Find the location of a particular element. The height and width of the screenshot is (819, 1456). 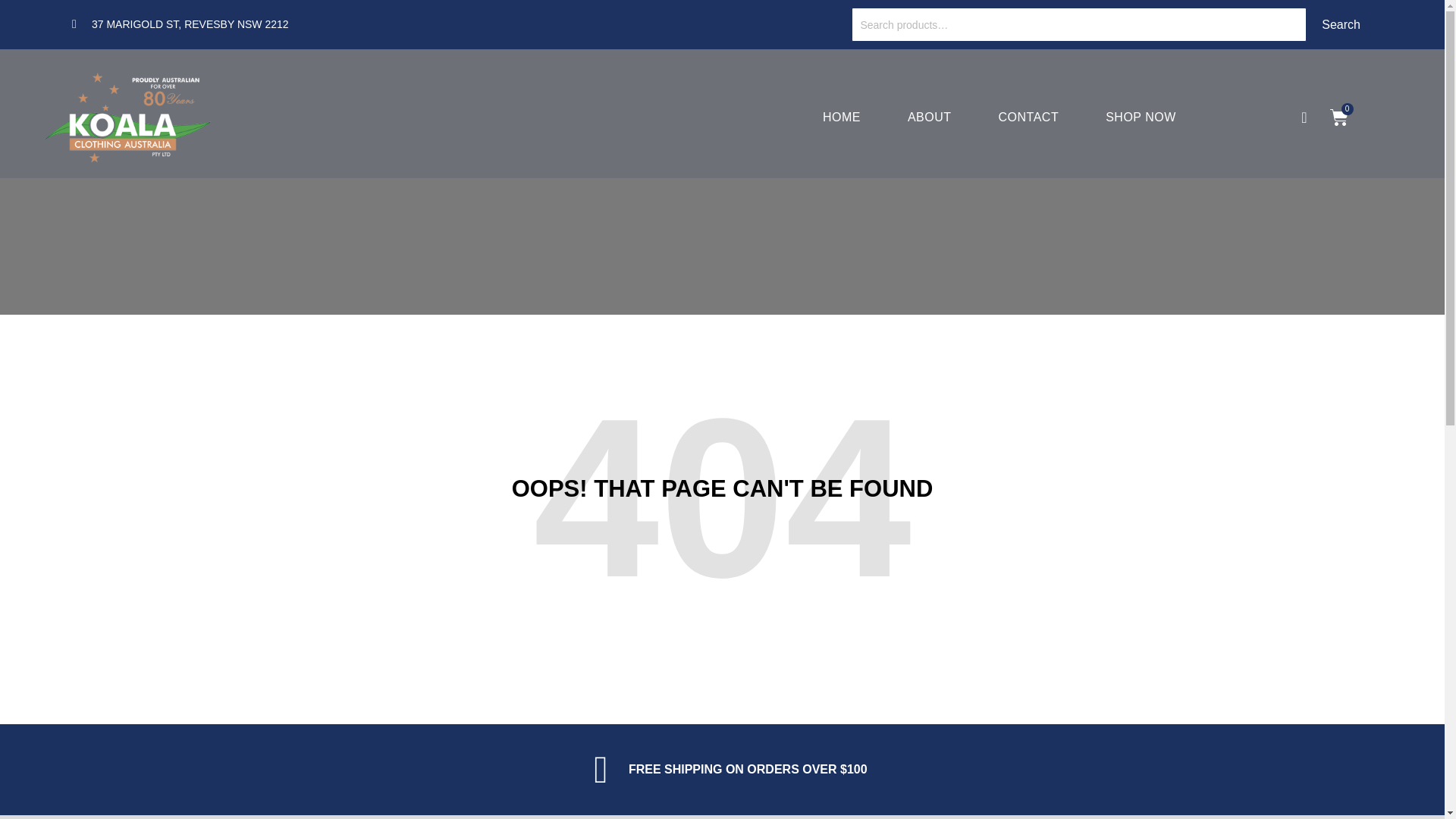

'0 is located at coordinates (1339, 116).